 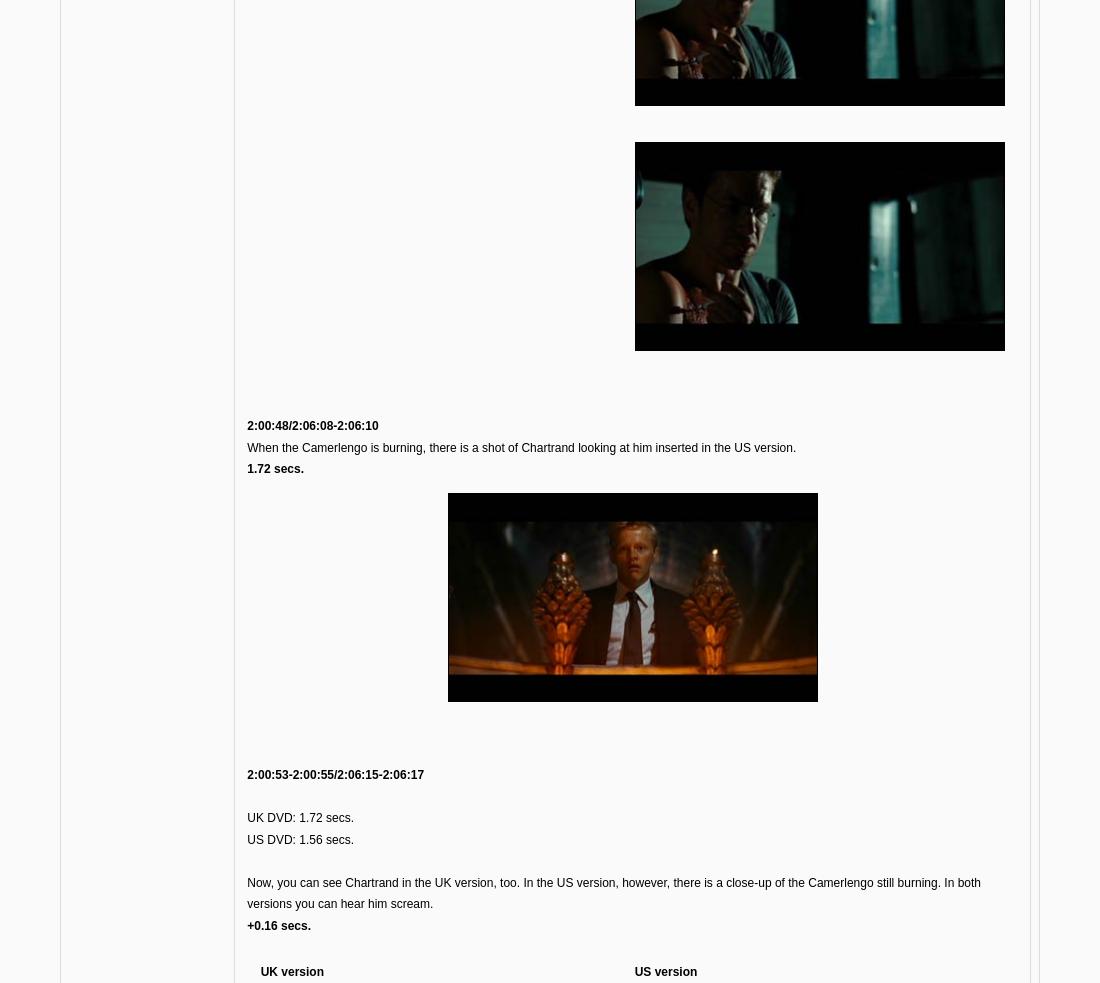 What do you see at coordinates (246, 815) in the screenshot?
I see `'UK DVD: 1.72 secs.'` at bounding box center [246, 815].